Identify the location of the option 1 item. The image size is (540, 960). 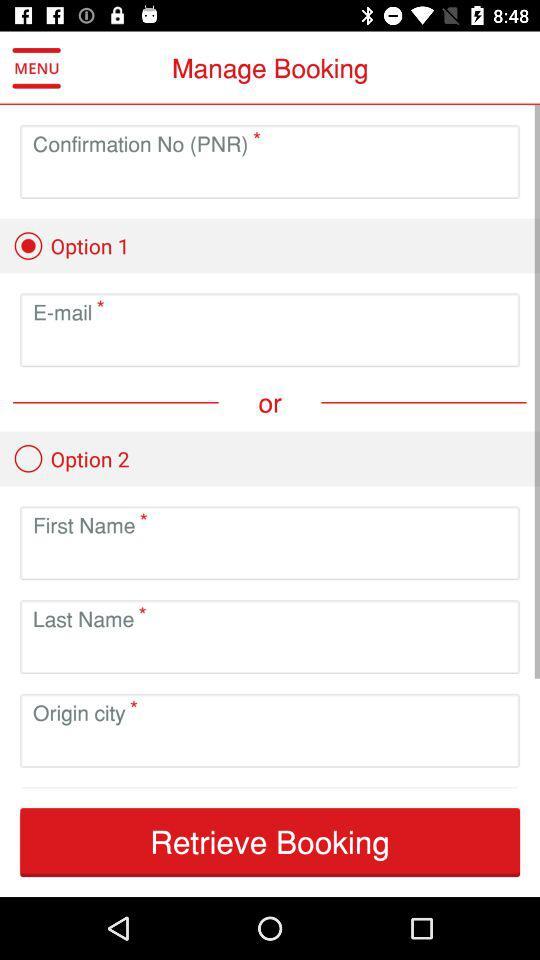
(70, 245).